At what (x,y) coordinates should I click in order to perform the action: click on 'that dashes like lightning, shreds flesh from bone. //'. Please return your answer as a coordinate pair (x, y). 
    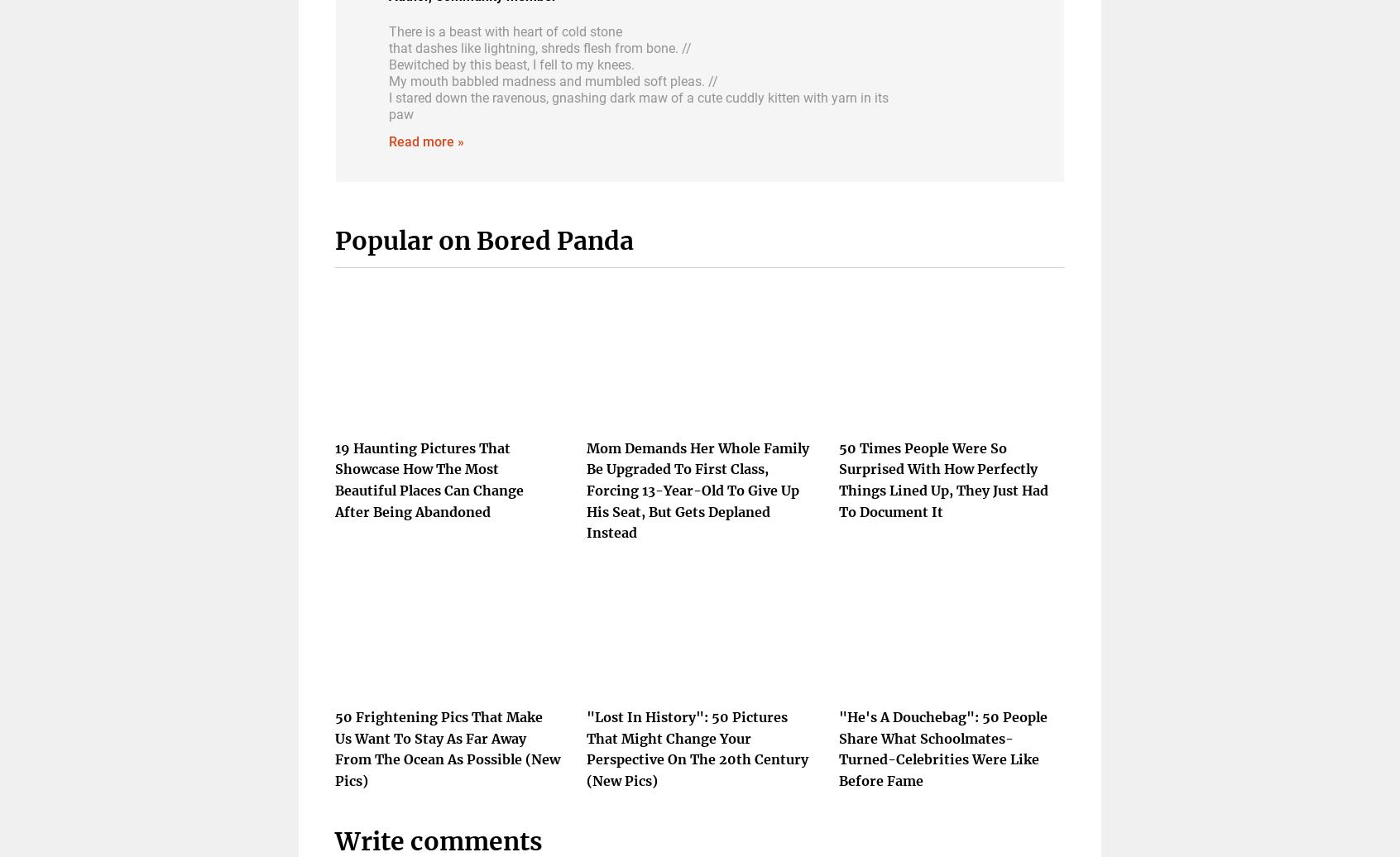
    Looking at the image, I should click on (388, 46).